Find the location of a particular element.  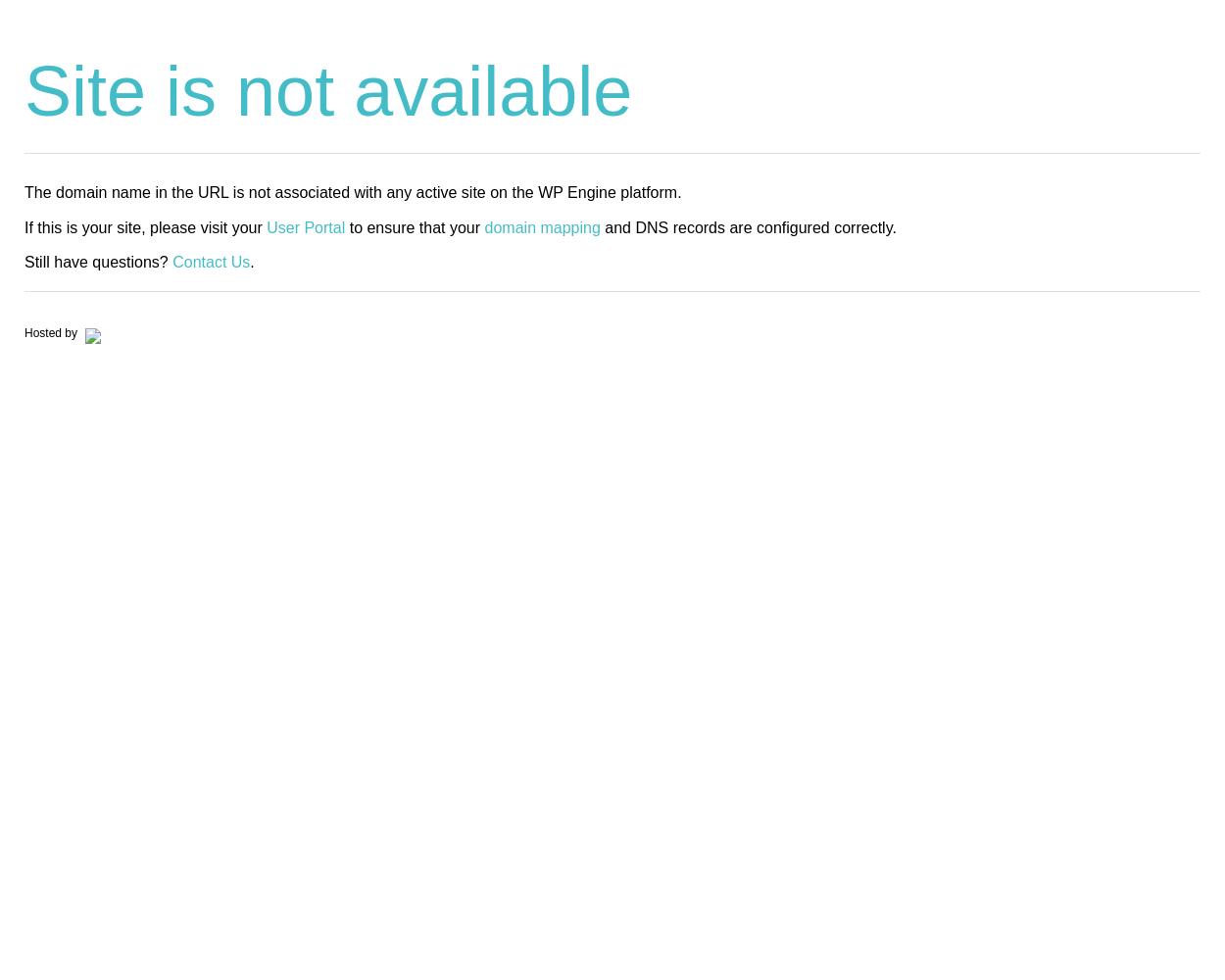

'Still have questions?' is located at coordinates (97, 261).